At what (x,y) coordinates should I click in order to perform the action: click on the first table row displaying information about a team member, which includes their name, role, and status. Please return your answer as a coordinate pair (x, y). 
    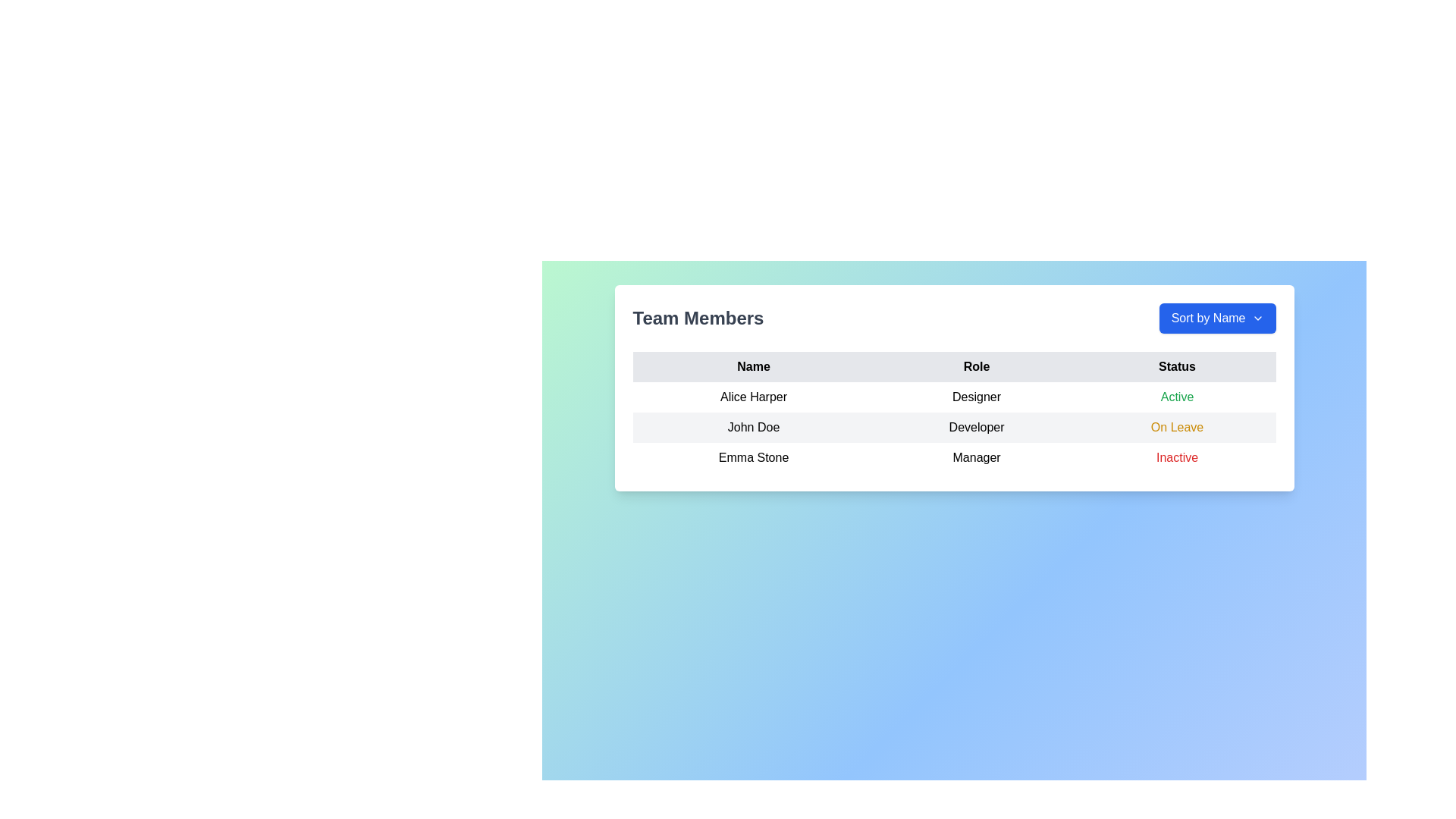
    Looking at the image, I should click on (953, 388).